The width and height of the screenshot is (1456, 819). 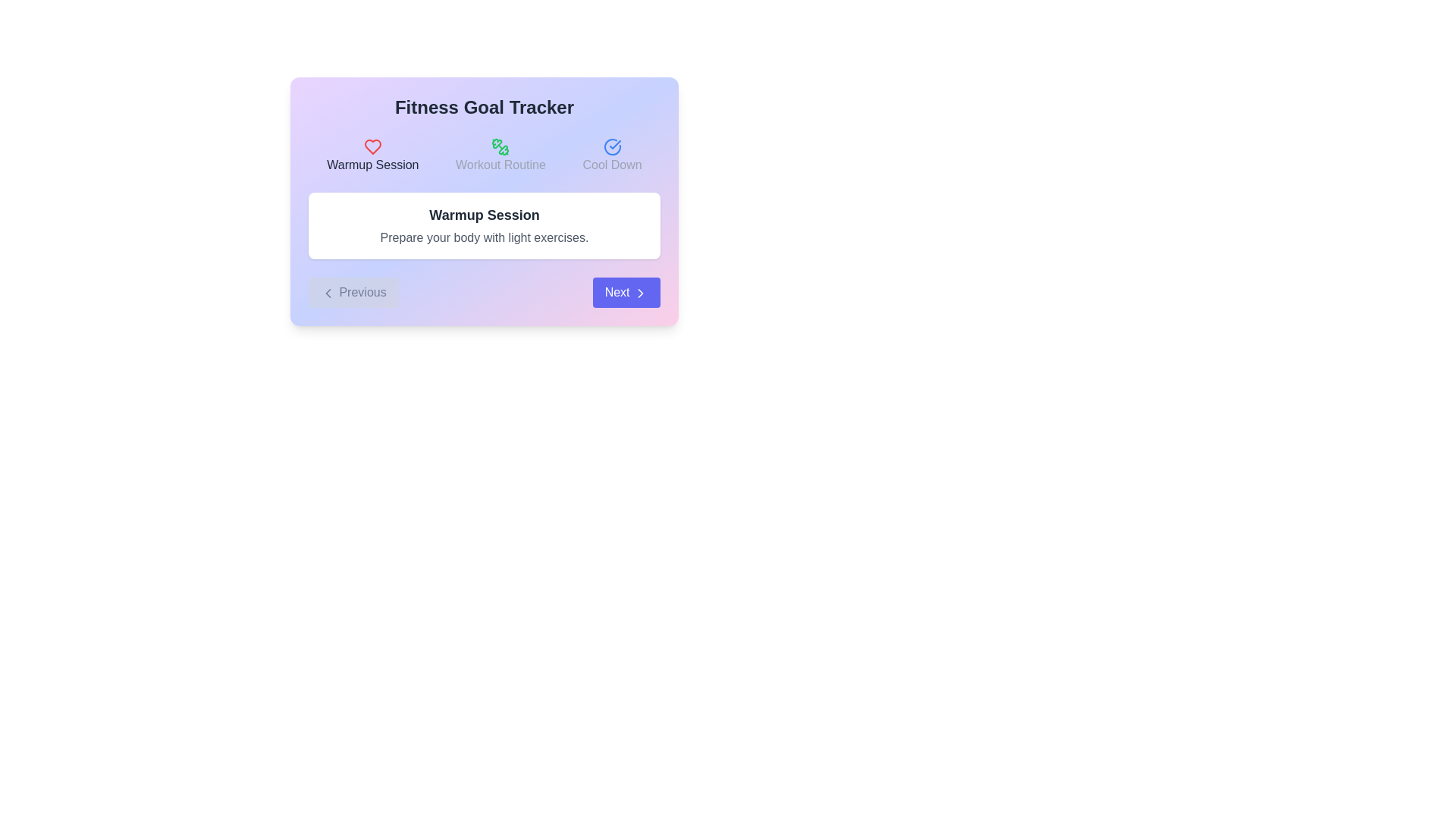 What do you see at coordinates (372, 165) in the screenshot?
I see `the text label that contains the content 'Warmup Session', which is styled with a medium-weight font and dark gray color, located beneath a heart-shaped icon` at bounding box center [372, 165].